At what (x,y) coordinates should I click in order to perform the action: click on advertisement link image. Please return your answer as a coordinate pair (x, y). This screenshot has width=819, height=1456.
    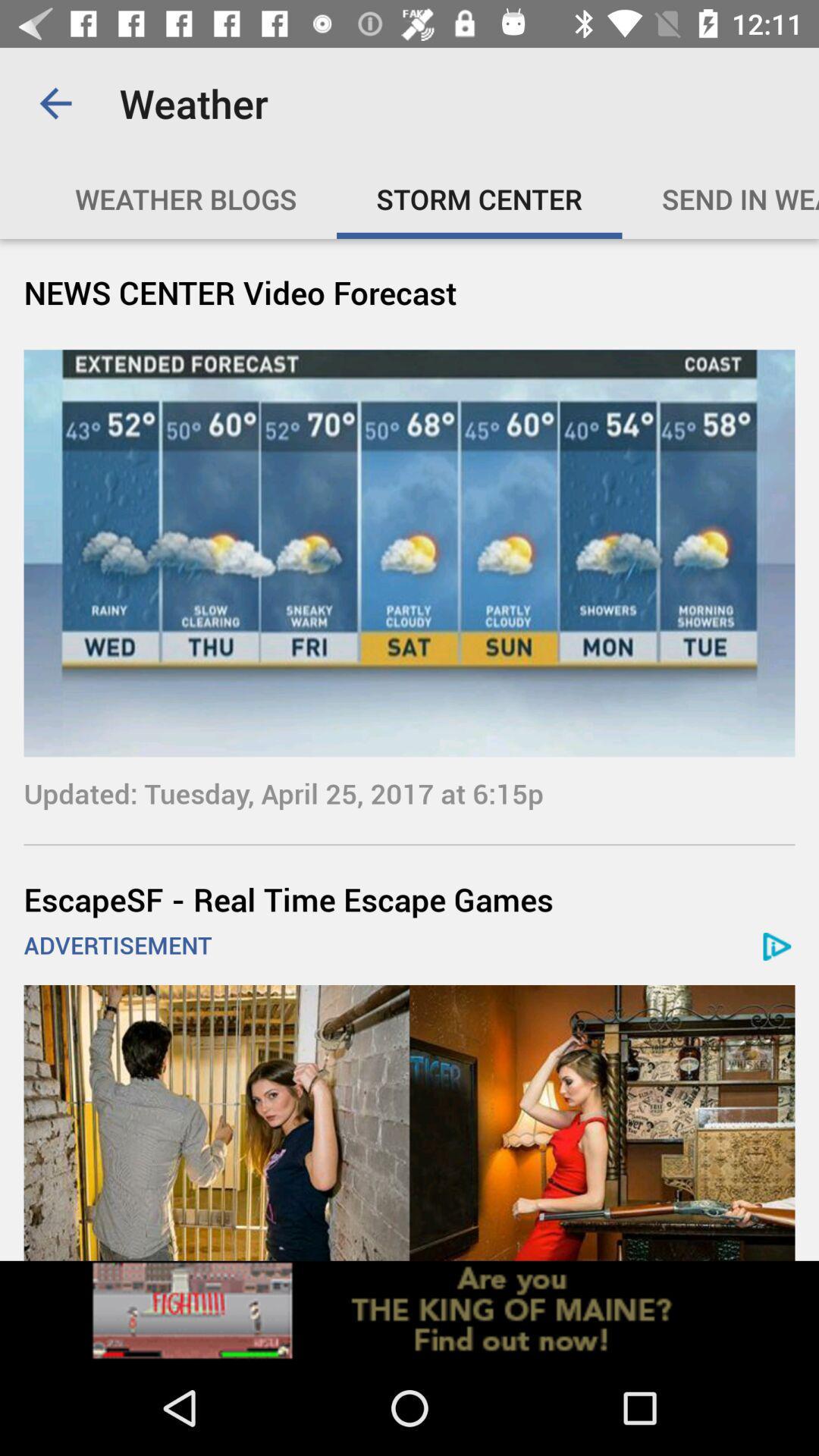
    Looking at the image, I should click on (409, 1310).